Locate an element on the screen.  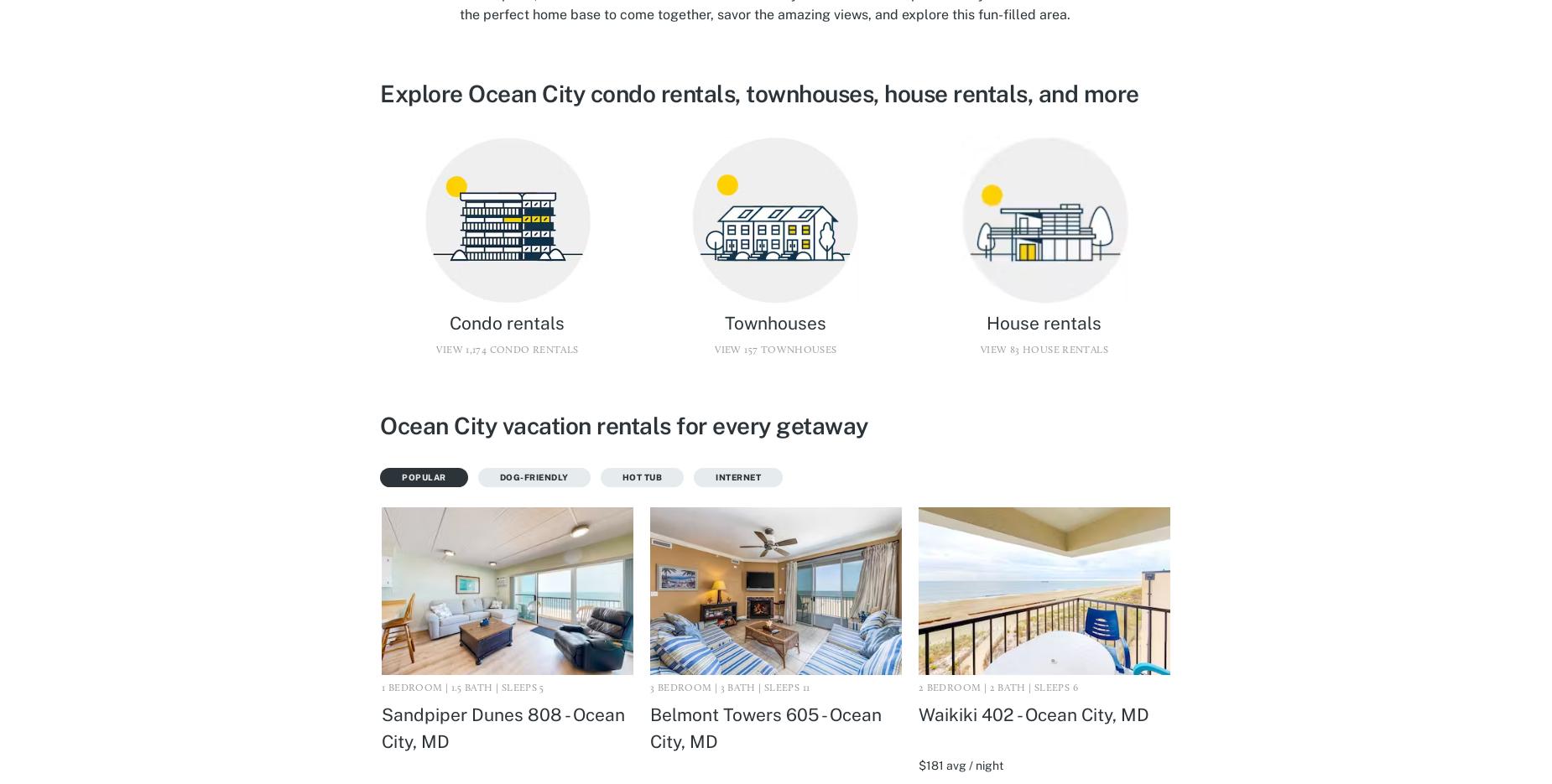
'Belmont Towers 605 - Ocean City, MD' is located at coordinates (765, 726).